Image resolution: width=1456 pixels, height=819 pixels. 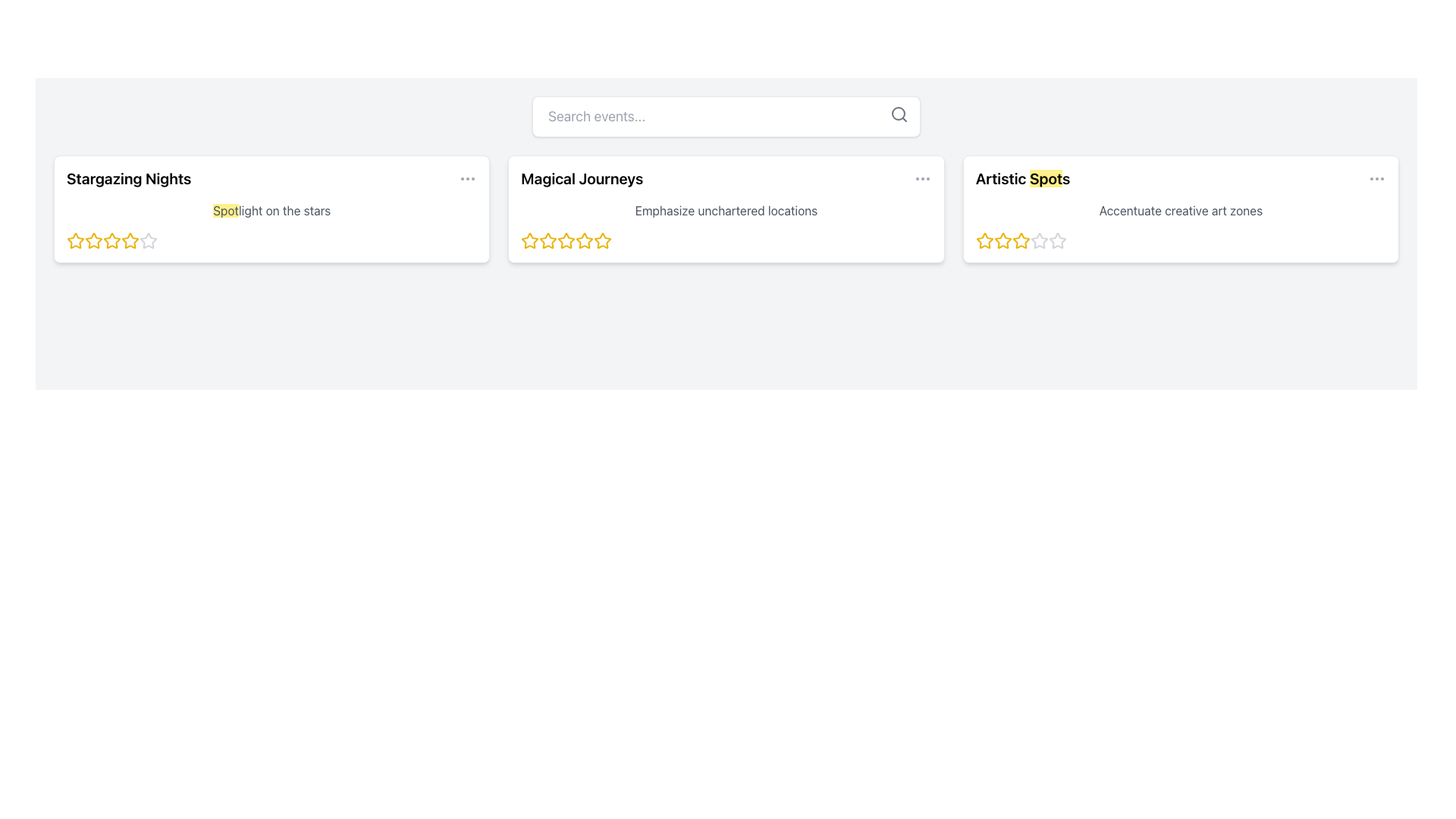 What do you see at coordinates (130, 240) in the screenshot?
I see `the fifth star icon in the 'Stargazing Nights' section` at bounding box center [130, 240].